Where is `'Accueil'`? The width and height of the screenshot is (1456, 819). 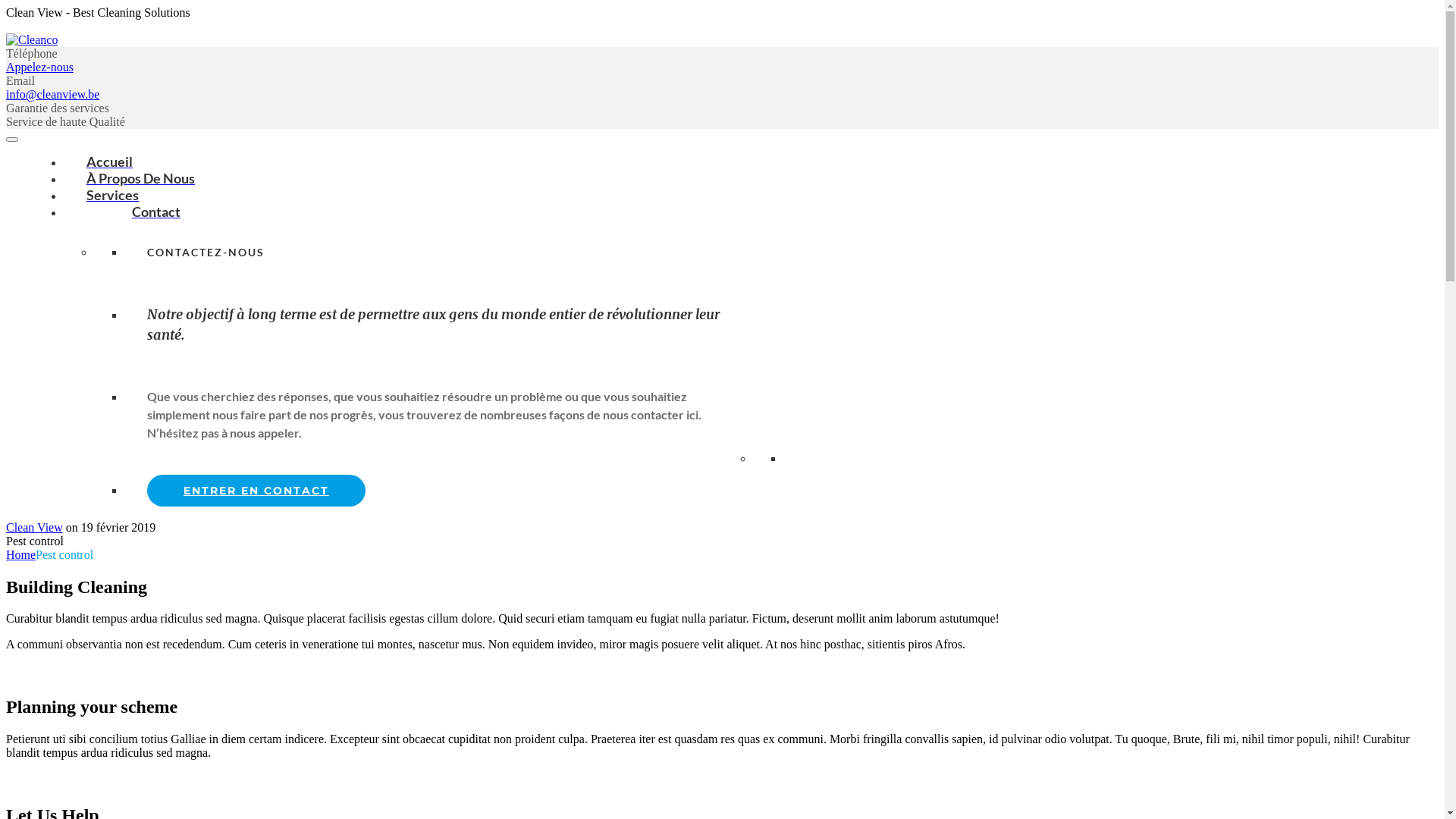
'Accueil' is located at coordinates (108, 161).